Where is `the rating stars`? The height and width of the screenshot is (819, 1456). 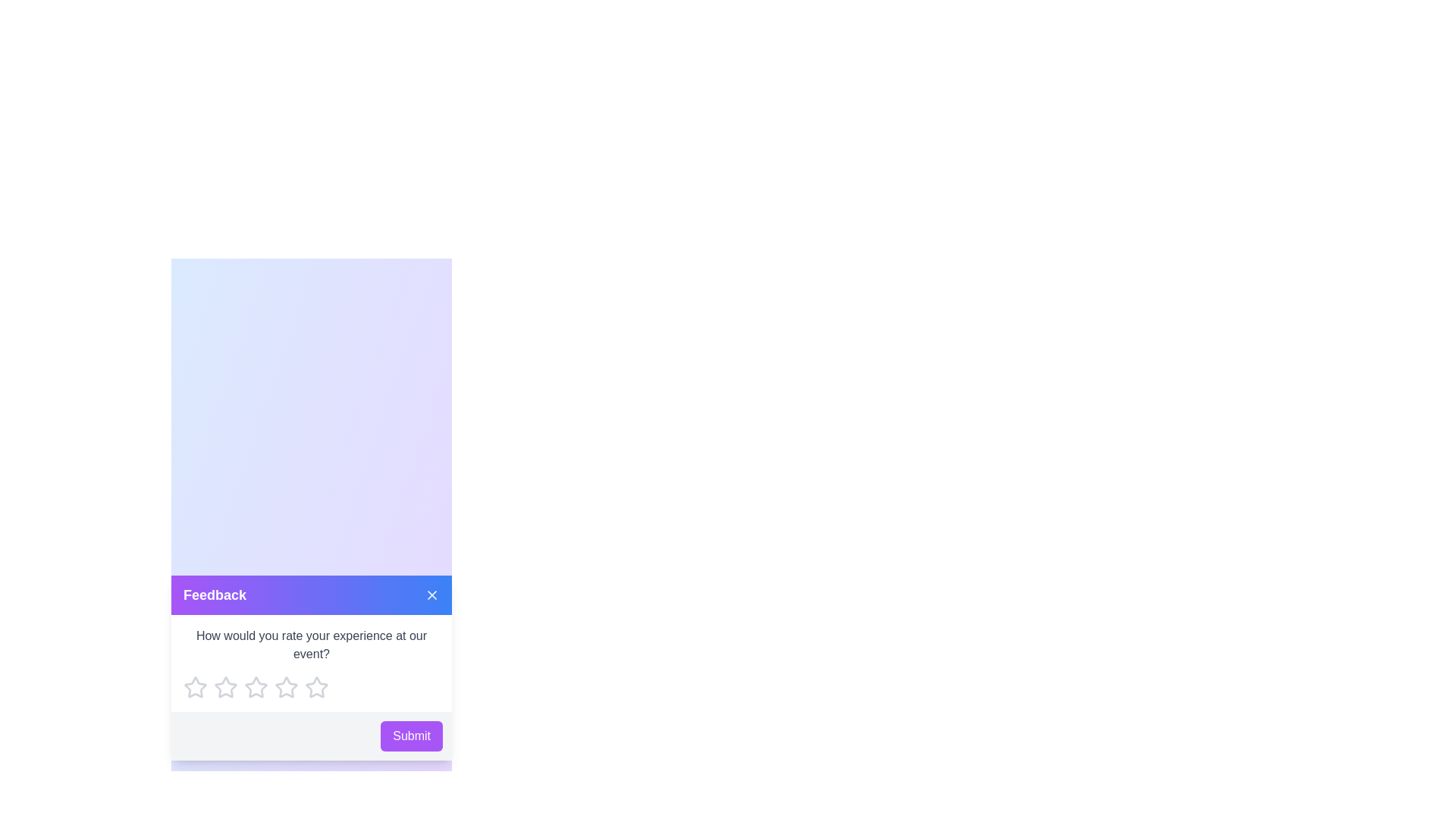
the rating stars is located at coordinates (311, 663).